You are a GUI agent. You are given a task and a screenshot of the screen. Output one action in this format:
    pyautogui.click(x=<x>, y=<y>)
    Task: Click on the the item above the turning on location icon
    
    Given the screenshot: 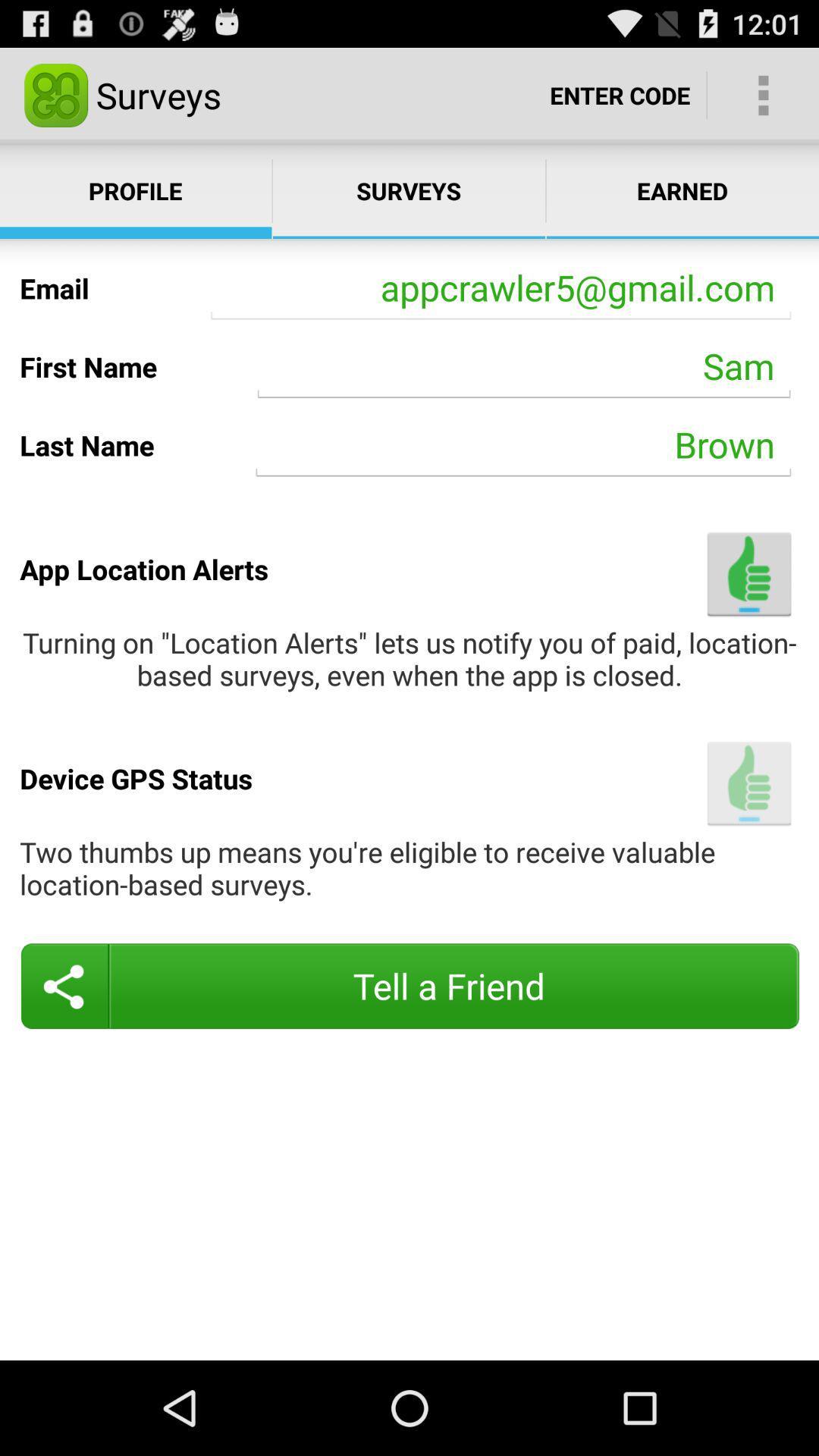 What is the action you would take?
    pyautogui.click(x=748, y=573)
    